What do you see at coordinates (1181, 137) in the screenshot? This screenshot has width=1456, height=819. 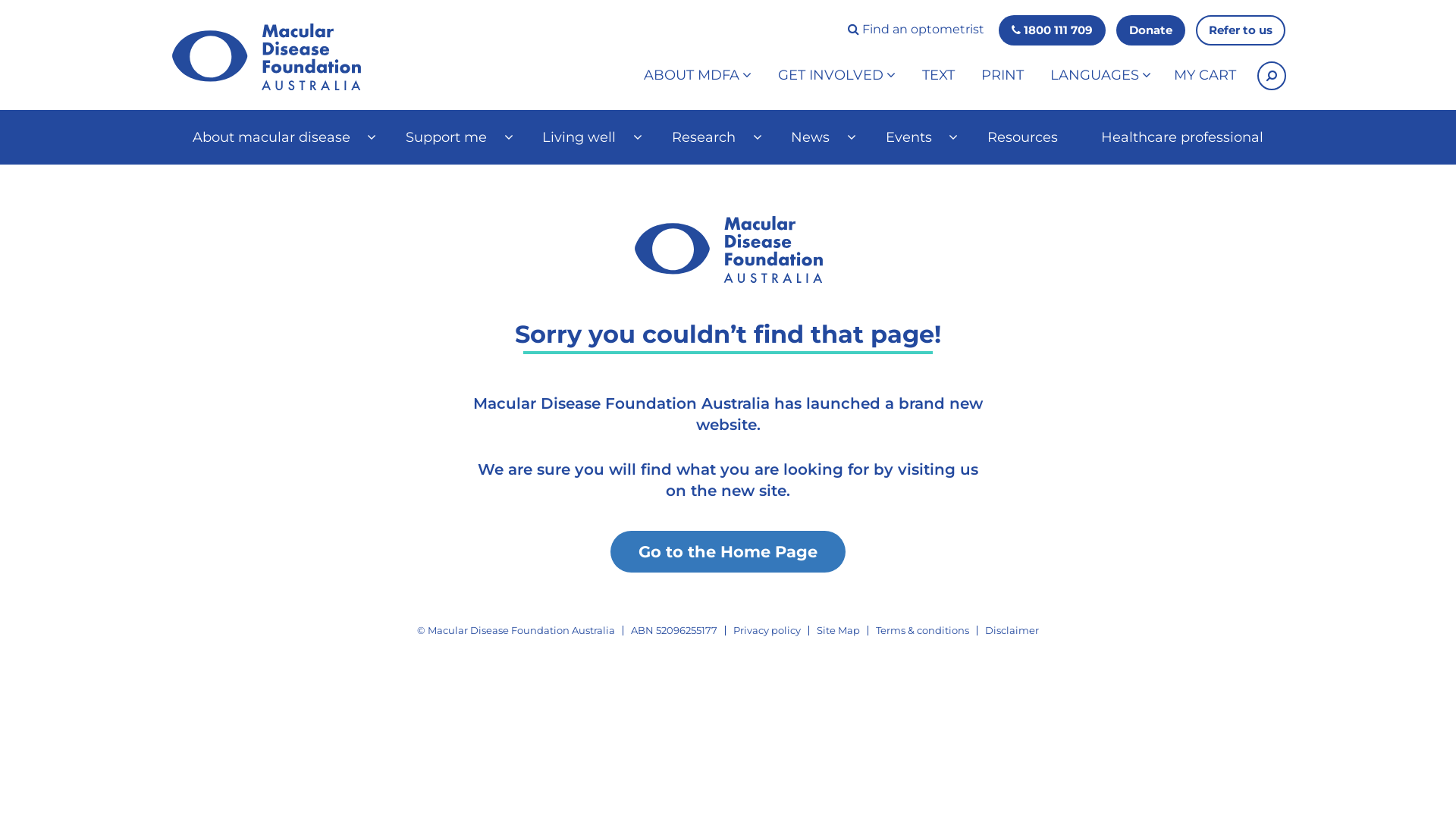 I see `'Healthcare professional'` at bounding box center [1181, 137].